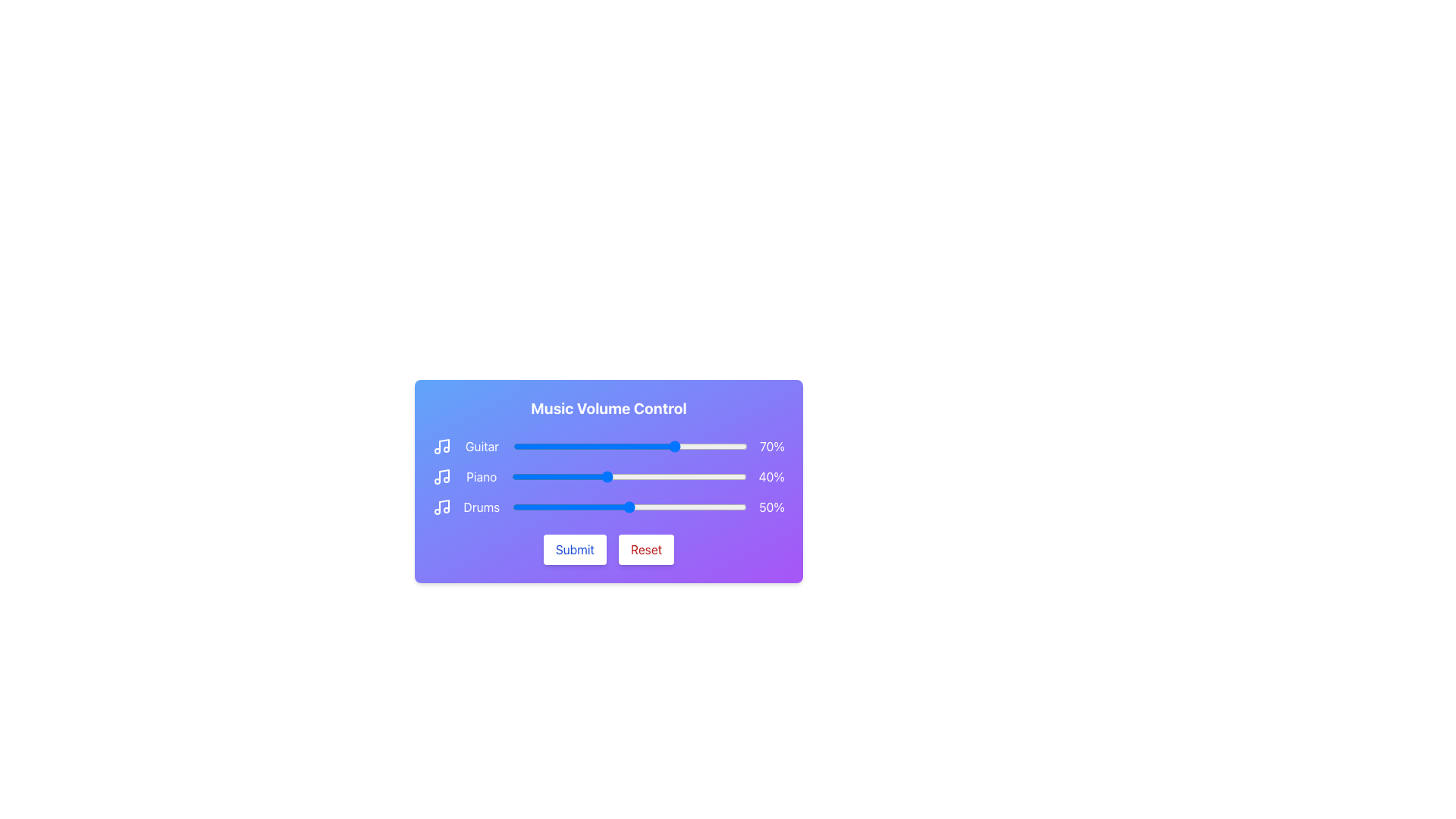 The width and height of the screenshot is (1456, 819). What do you see at coordinates (704, 446) in the screenshot?
I see `guitar volume` at bounding box center [704, 446].